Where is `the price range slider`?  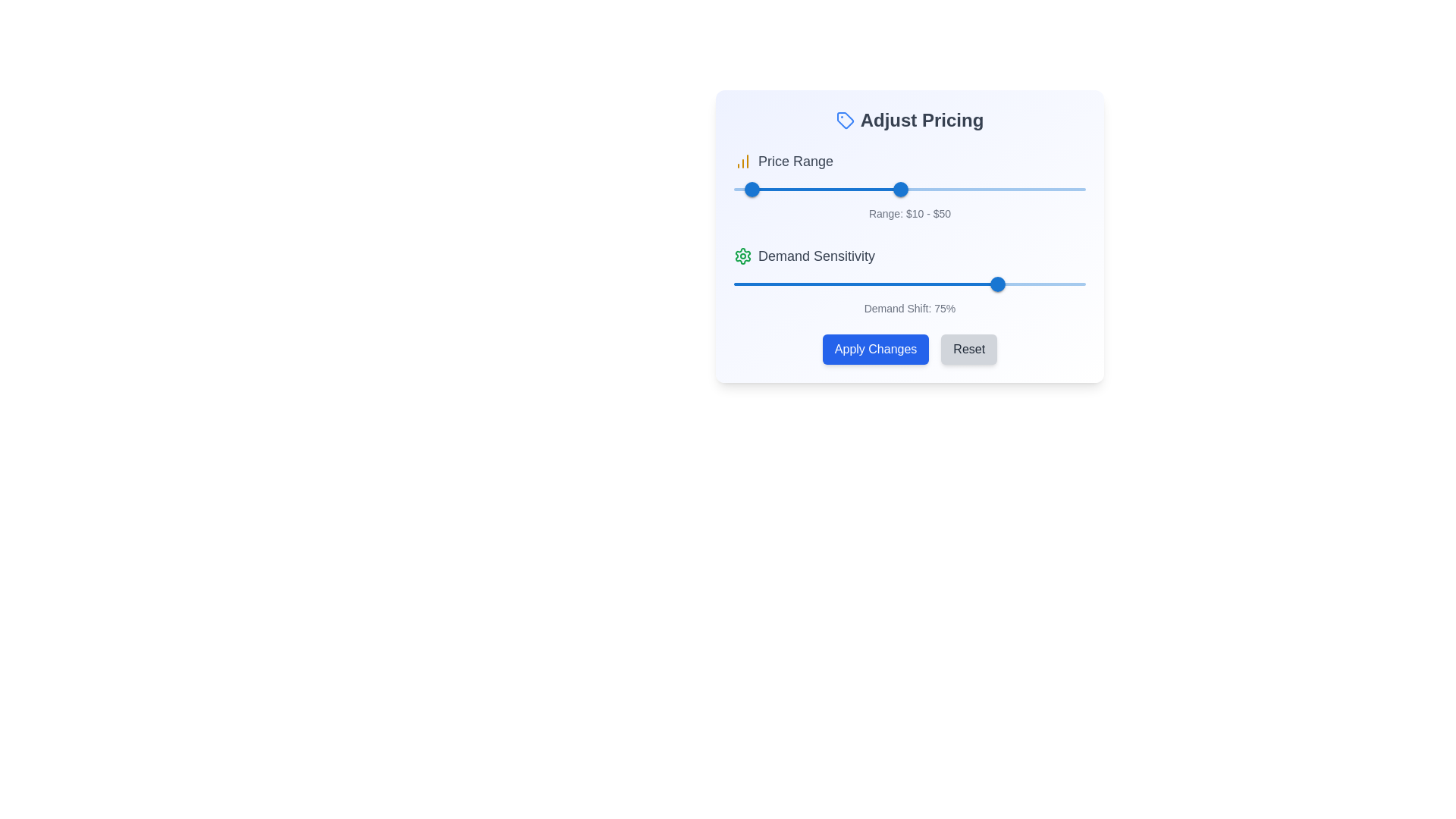 the price range slider is located at coordinates (902, 189).